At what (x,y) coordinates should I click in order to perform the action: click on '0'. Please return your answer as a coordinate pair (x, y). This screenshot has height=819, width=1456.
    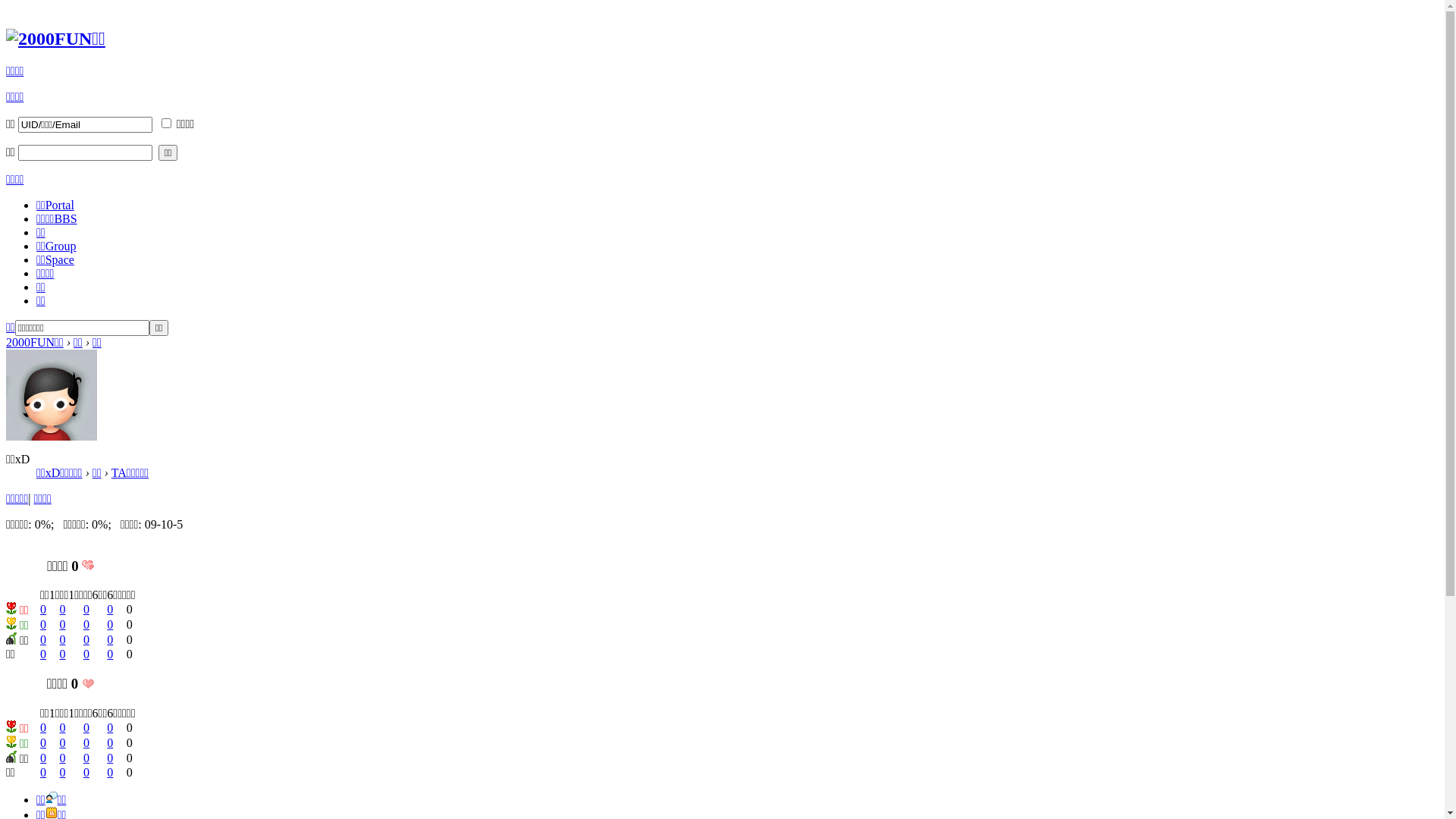
    Looking at the image, I should click on (108, 758).